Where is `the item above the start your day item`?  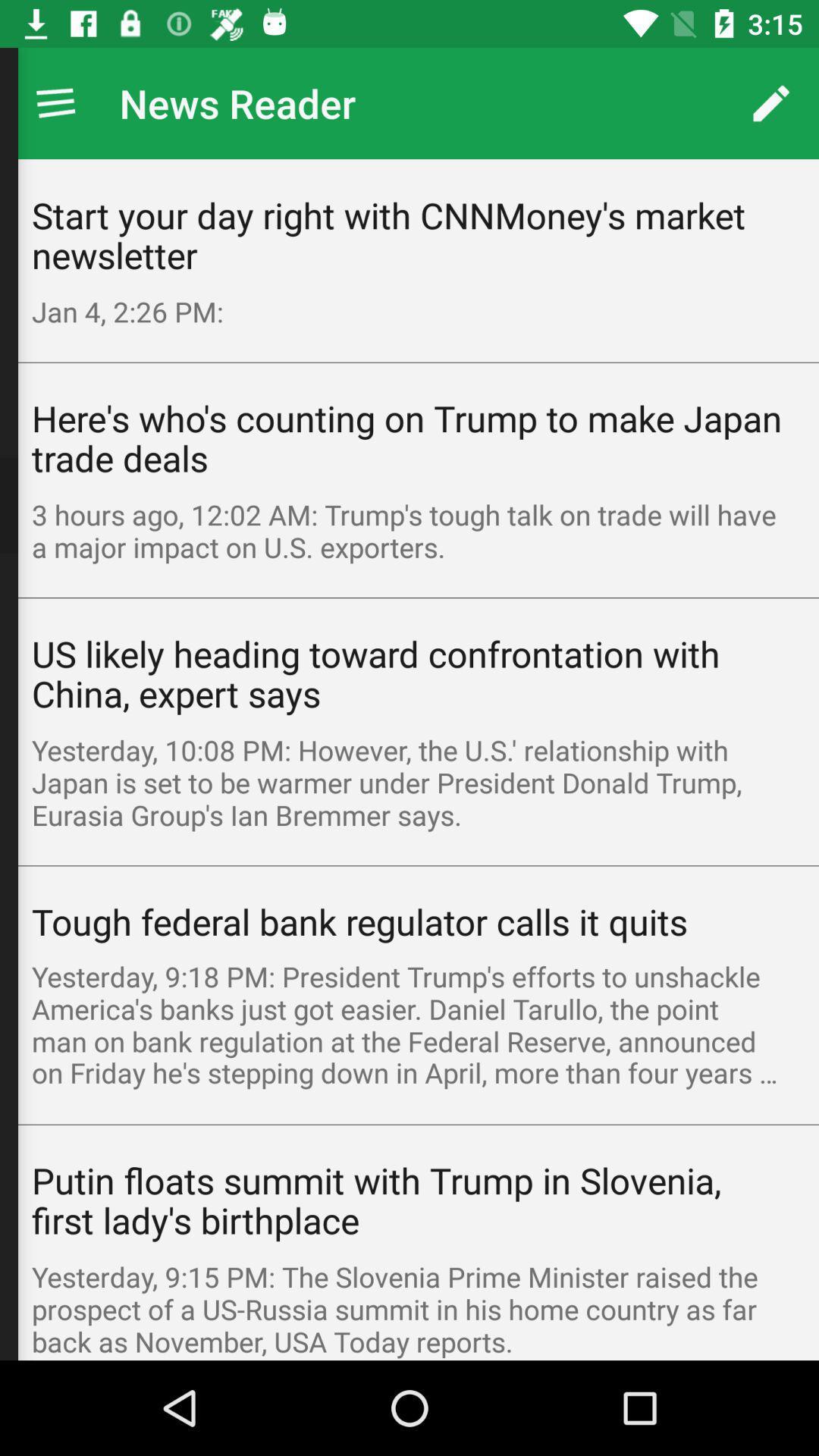 the item above the start your day item is located at coordinates (55, 102).